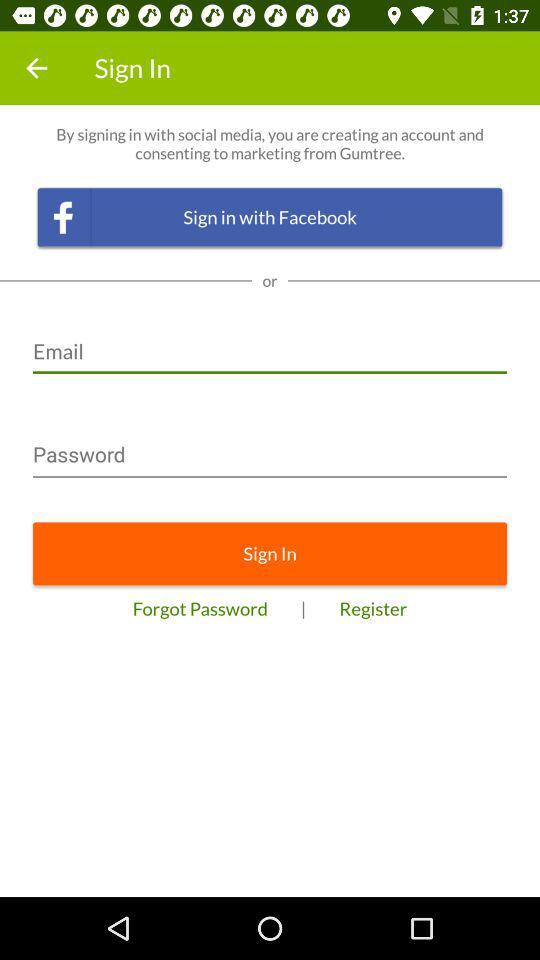 The image size is (540, 960). I want to click on the item to the left of sign in item, so click(36, 68).